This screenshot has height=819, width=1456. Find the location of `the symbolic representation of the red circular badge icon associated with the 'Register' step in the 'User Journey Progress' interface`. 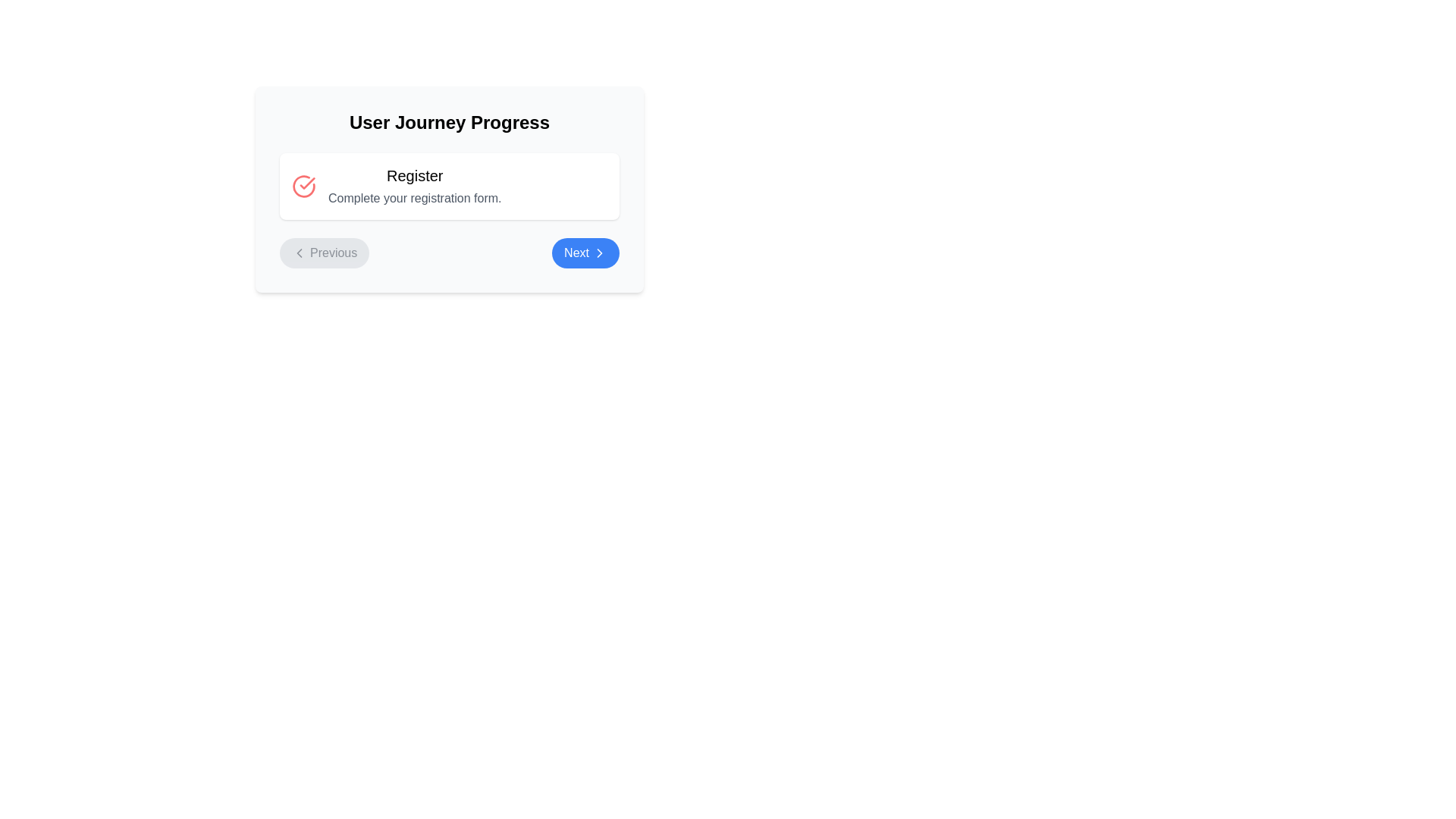

the symbolic representation of the red circular badge icon associated with the 'Register' step in the 'User Journey Progress' interface is located at coordinates (306, 183).